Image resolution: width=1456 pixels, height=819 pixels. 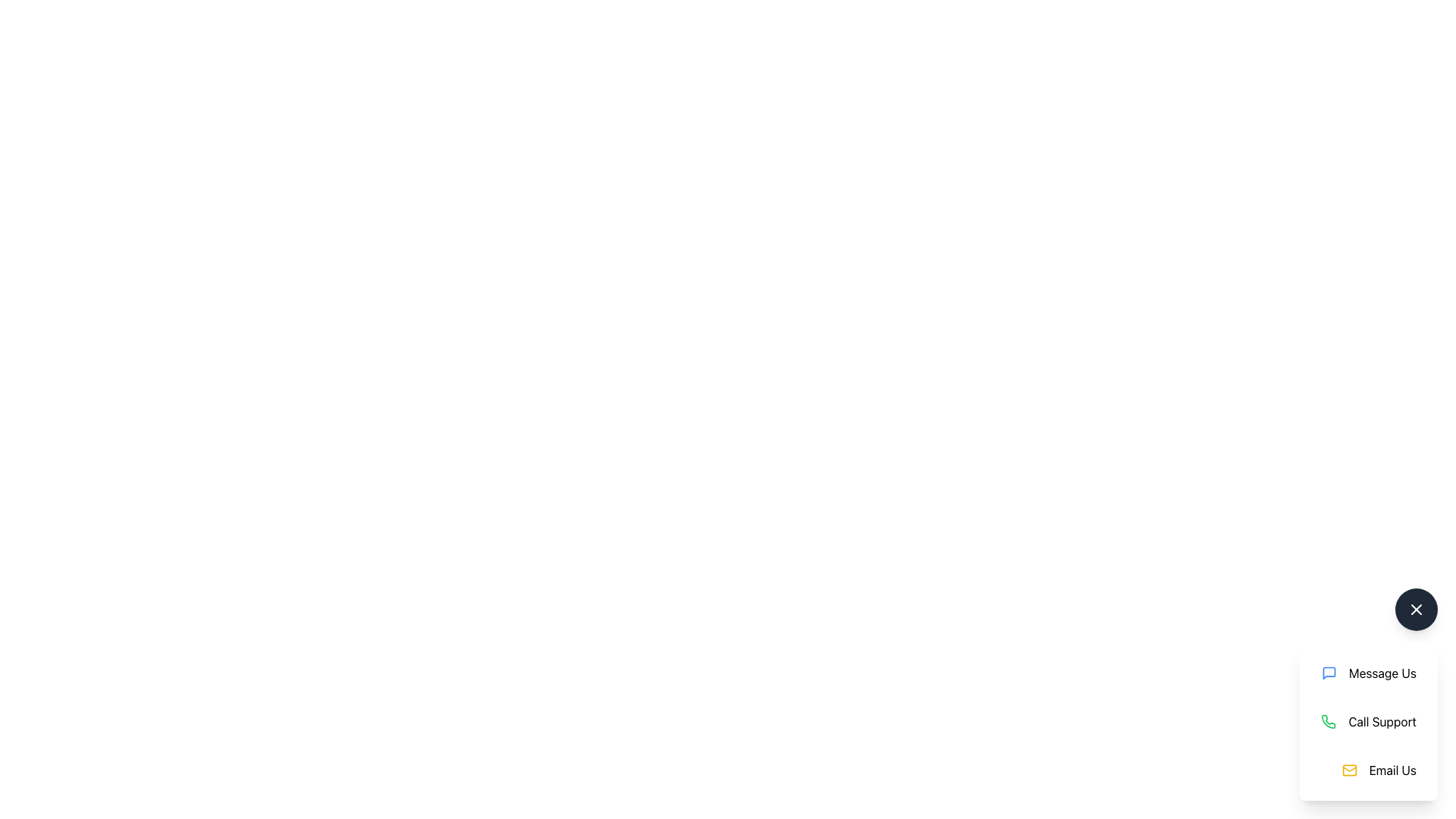 What do you see at coordinates (1392, 770) in the screenshot?
I see `the 'Email Us' text label, which is the third item in a vertical list of options and is positioned to the right of a yellow envelope icon` at bounding box center [1392, 770].